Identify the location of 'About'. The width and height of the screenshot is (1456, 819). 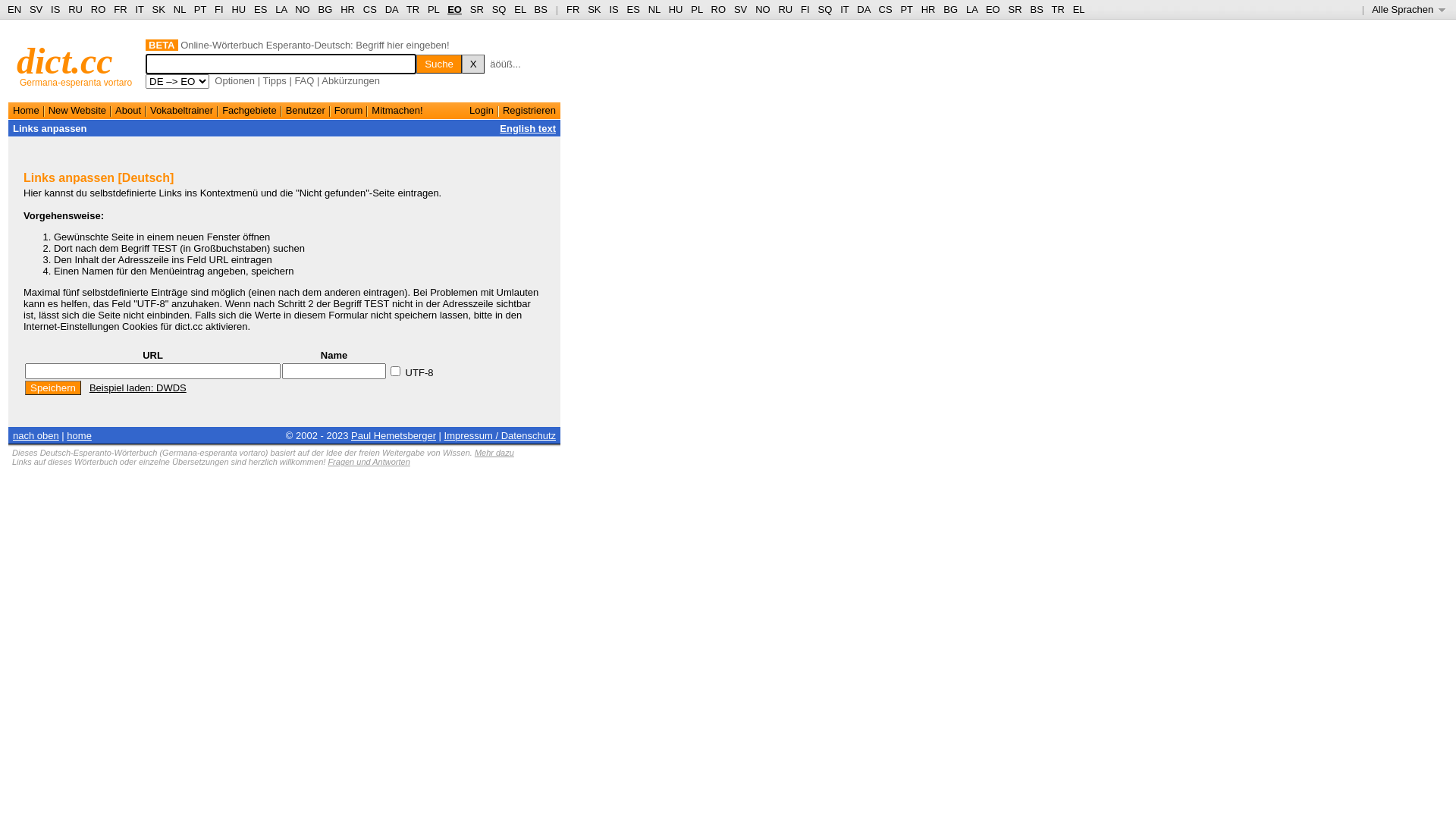
(115, 109).